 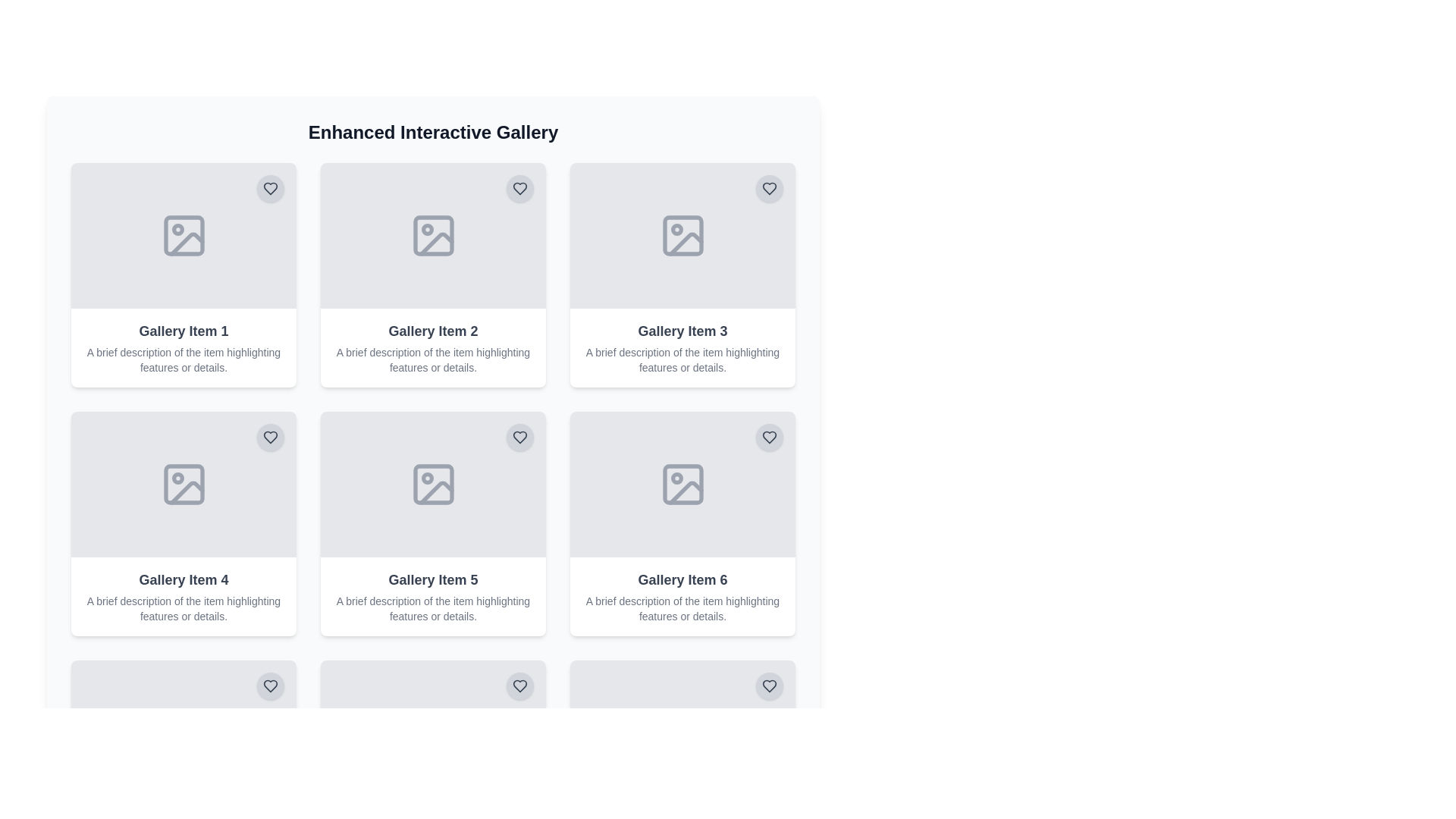 What do you see at coordinates (520, 438) in the screenshot?
I see `the heart-shaped outline icon in the top-right corner of 'Gallery Item 5' to observe visual feedback` at bounding box center [520, 438].